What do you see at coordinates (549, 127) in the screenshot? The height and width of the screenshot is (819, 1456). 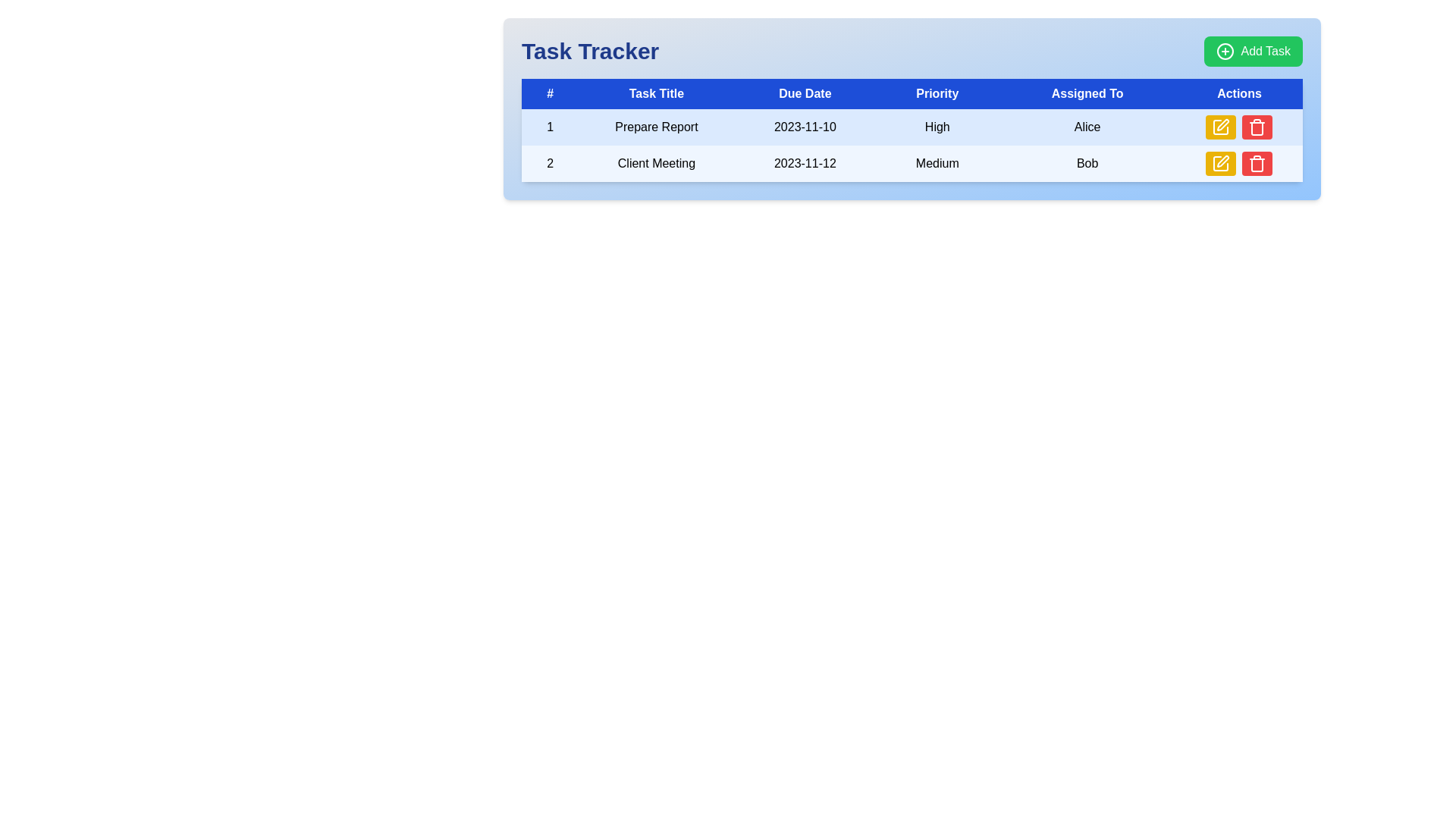 I see `the table cell displaying the numeral '1' in black font against a light blue background, located in the first cell of the first row under the '#' header` at bounding box center [549, 127].